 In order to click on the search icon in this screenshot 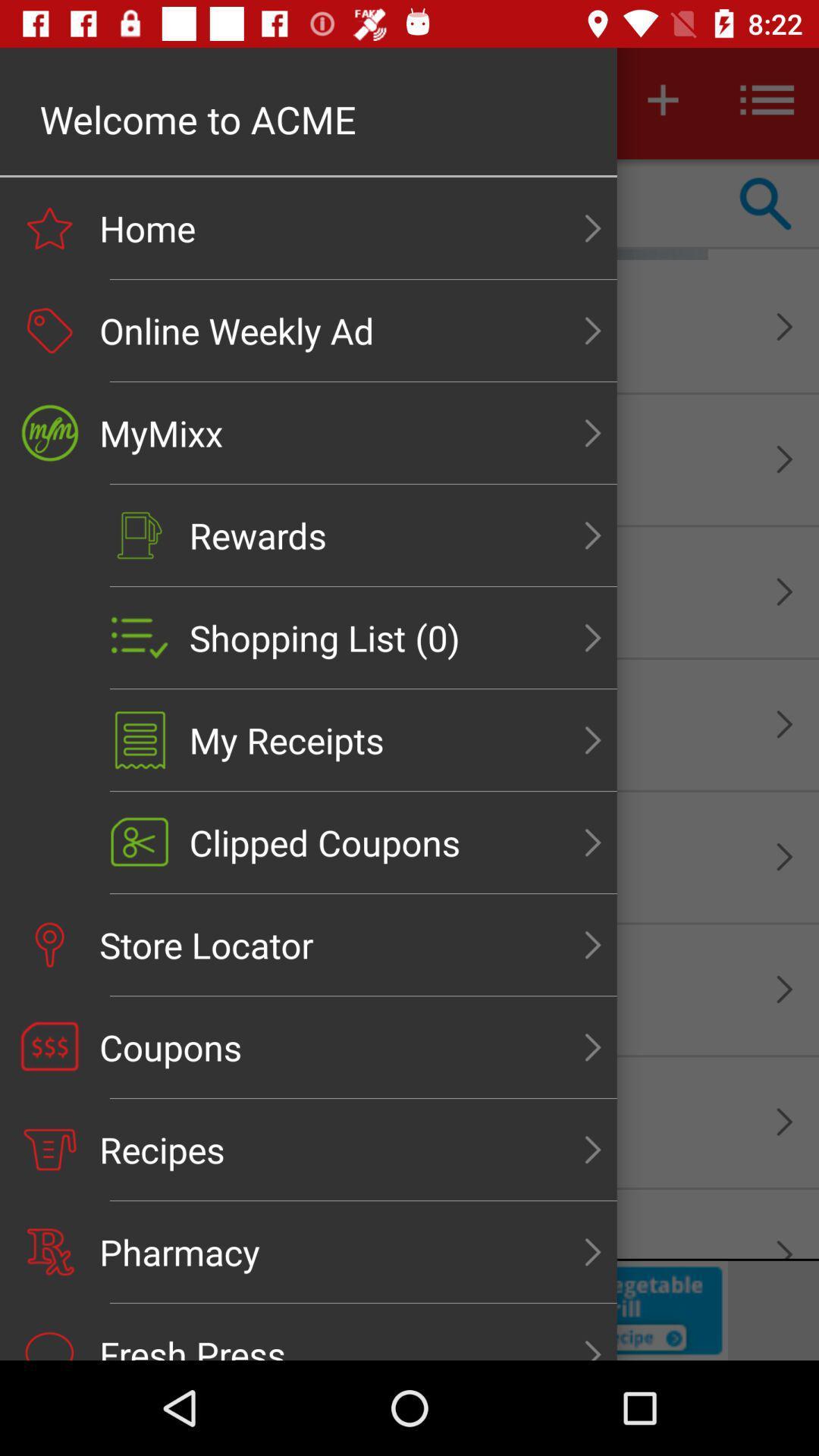, I will do `click(766, 203)`.